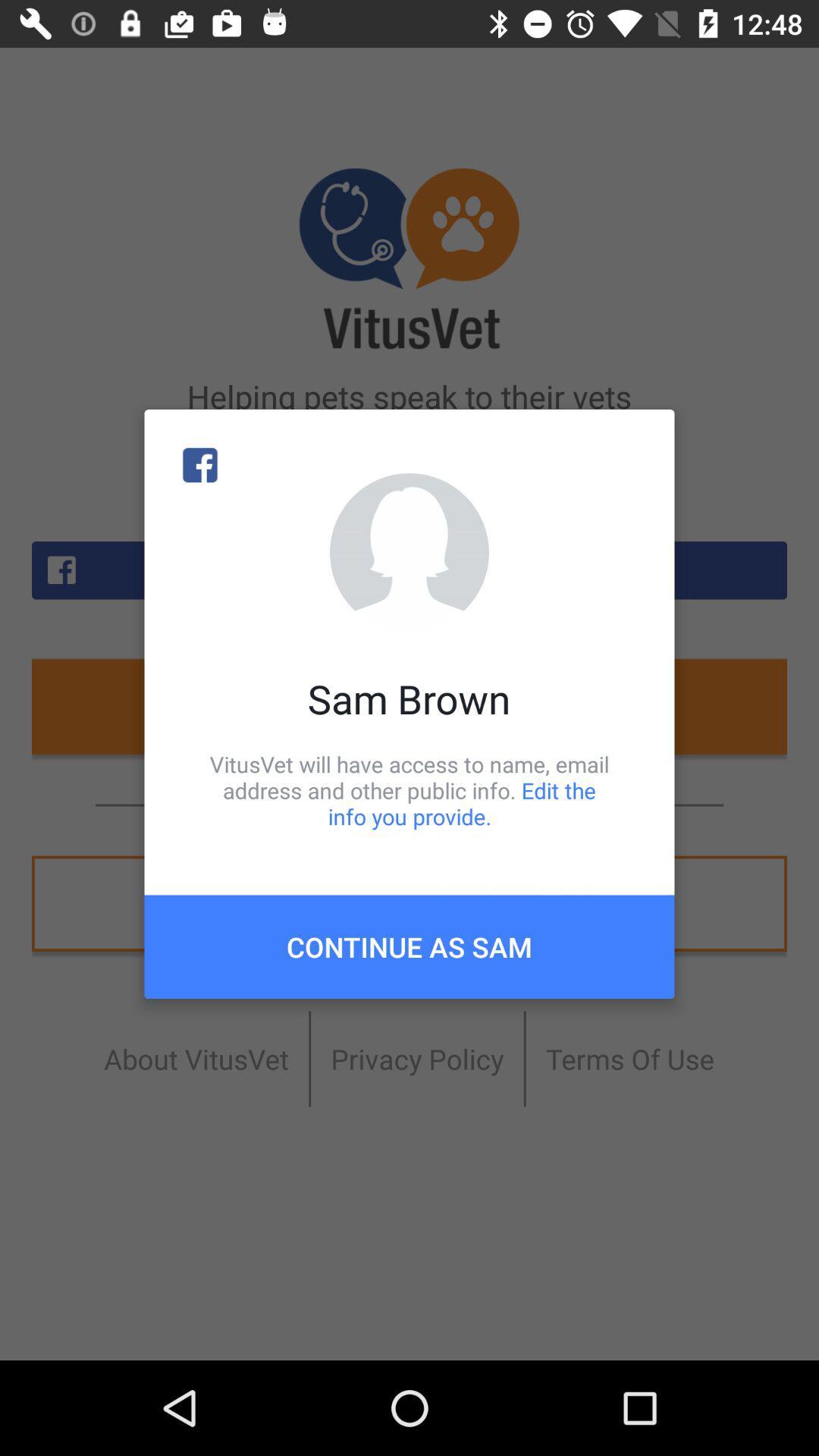  I want to click on the vitusvet will have icon, so click(409, 789).